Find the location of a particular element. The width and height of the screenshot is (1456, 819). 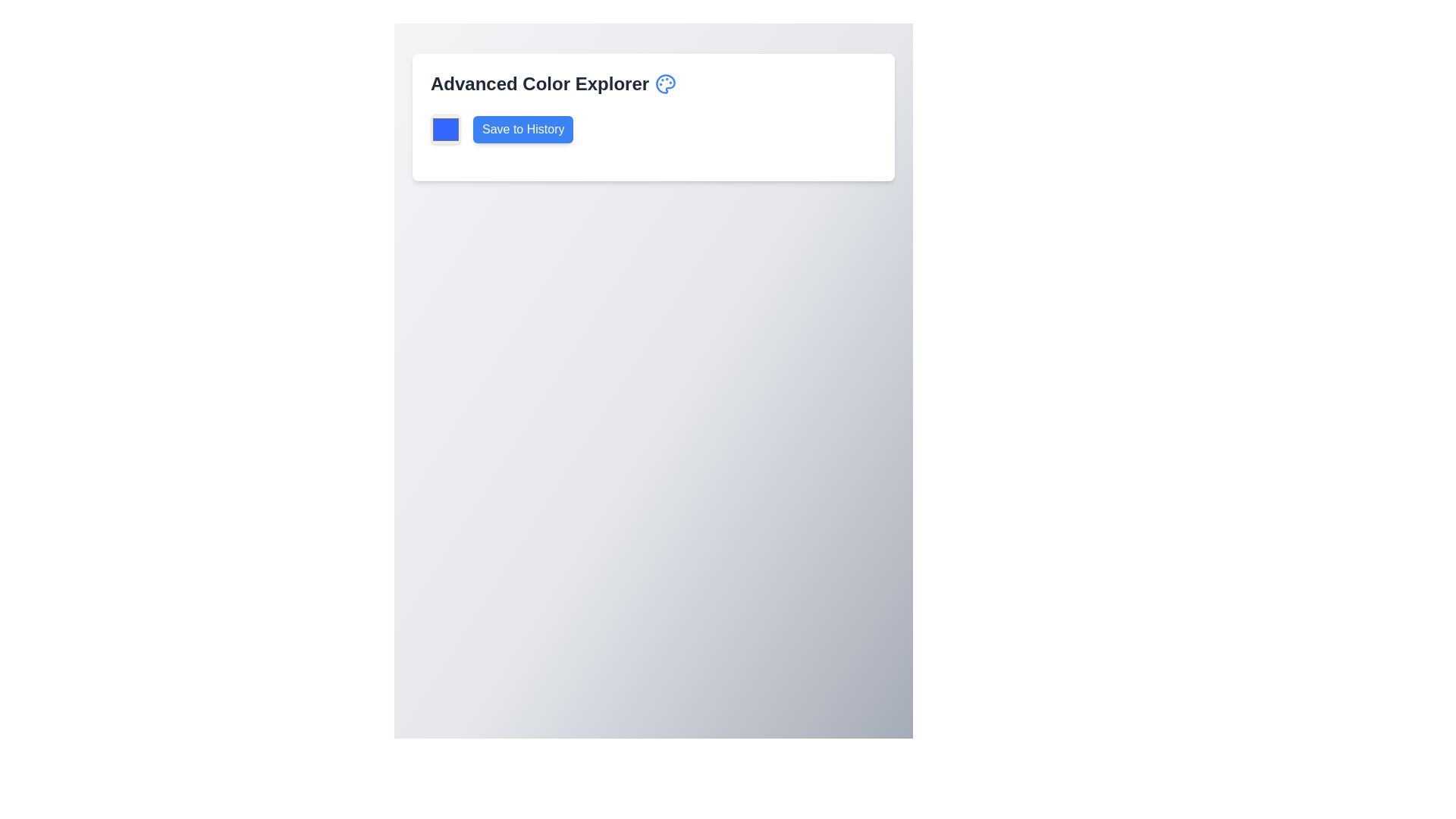

the decorative icon located at the top-right corner of the header section, adjacent to the 'Advanced Color Explorer' text to observe its tool-tip is located at coordinates (666, 84).